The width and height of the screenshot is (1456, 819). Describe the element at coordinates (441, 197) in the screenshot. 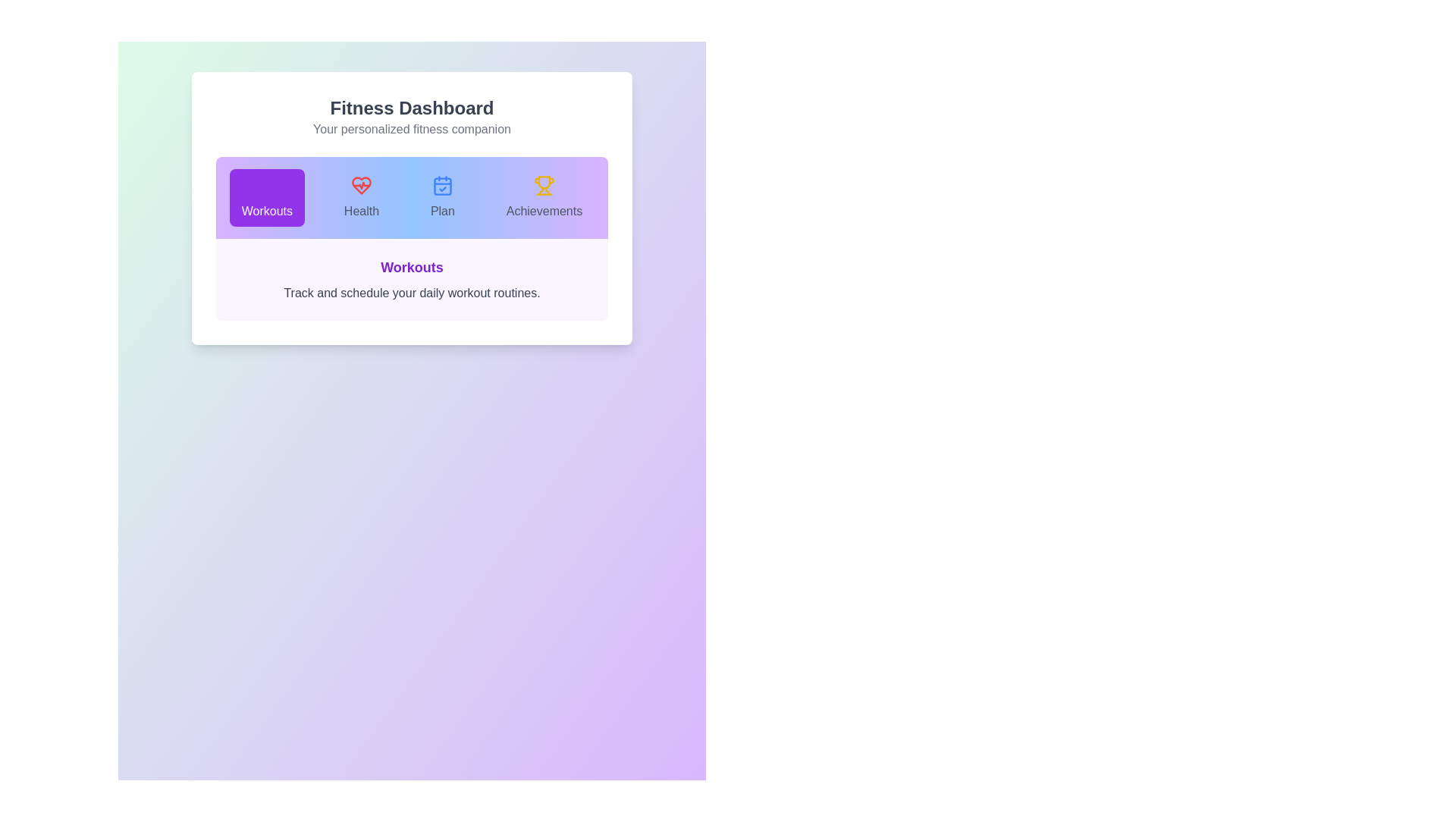

I see `the 'Plan' tab to select it` at that location.